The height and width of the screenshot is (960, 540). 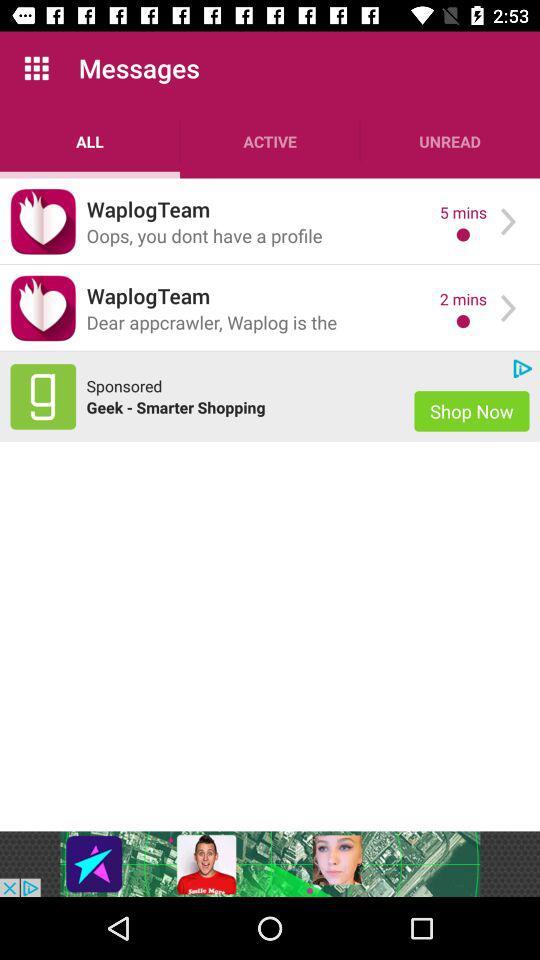 I want to click on advertisement website, so click(x=43, y=395).